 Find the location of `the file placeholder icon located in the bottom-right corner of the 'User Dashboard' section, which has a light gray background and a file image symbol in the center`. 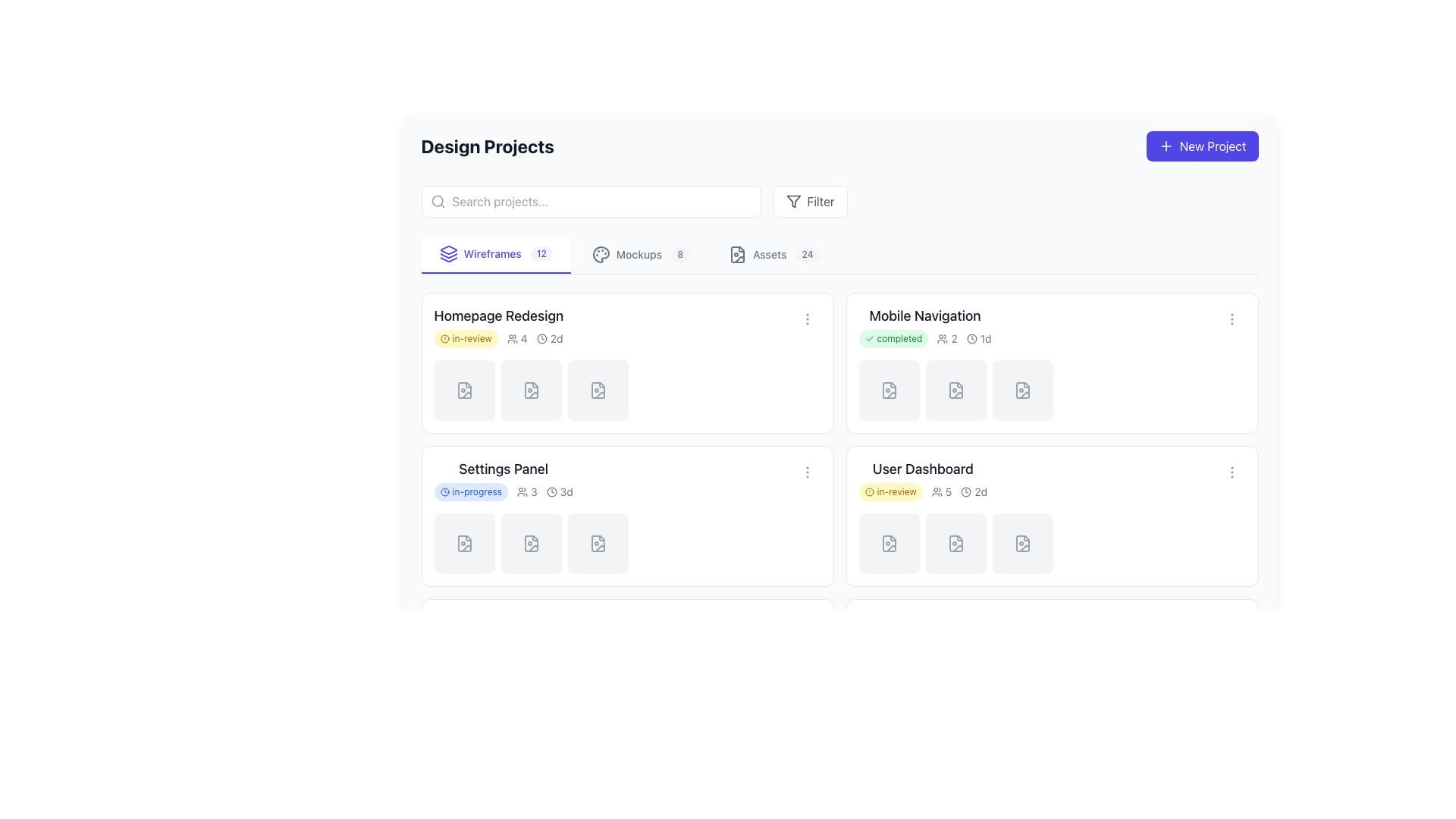

the file placeholder icon located in the bottom-right corner of the 'User Dashboard' section, which has a light gray background and a file image symbol in the center is located at coordinates (1022, 543).